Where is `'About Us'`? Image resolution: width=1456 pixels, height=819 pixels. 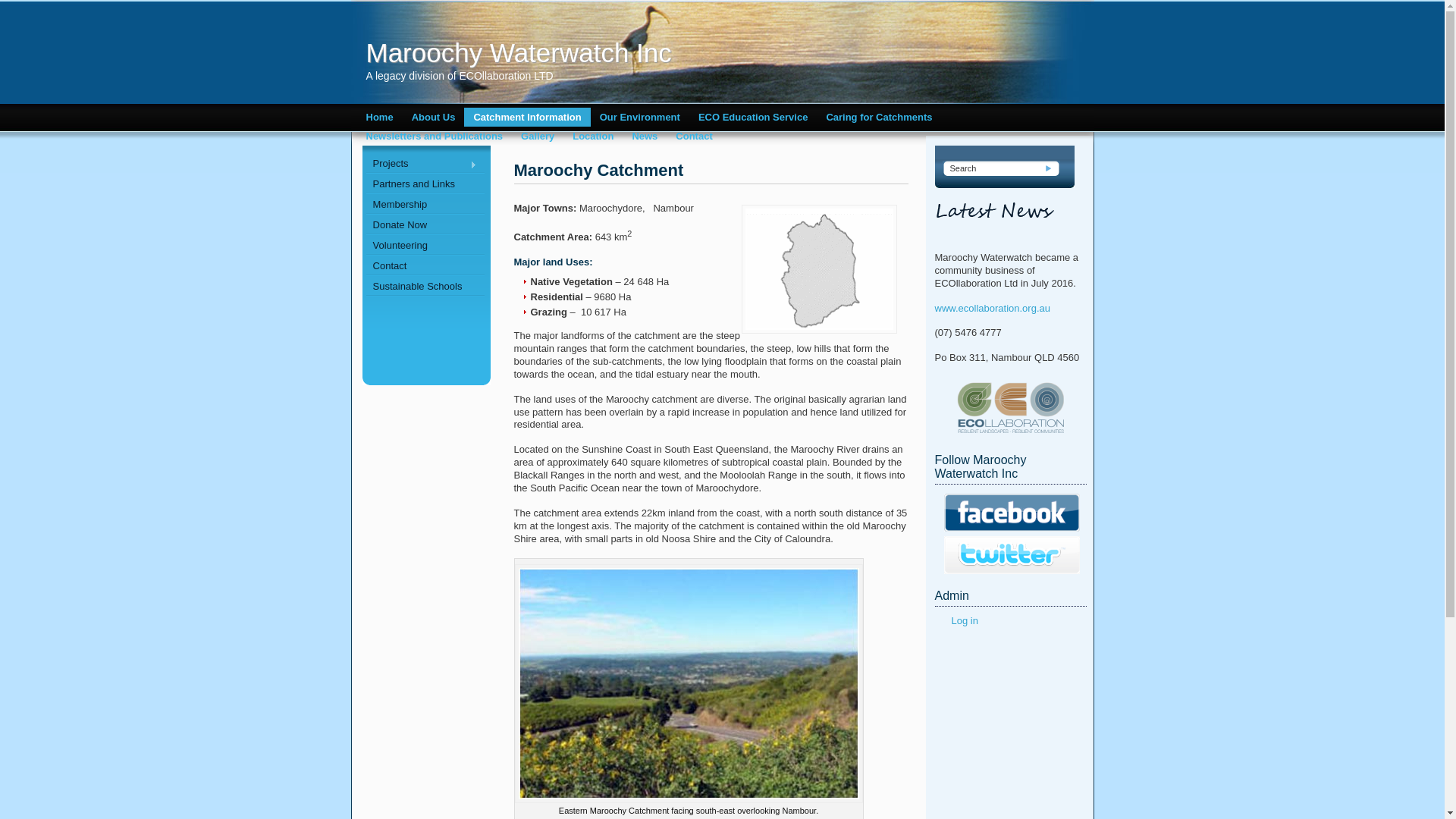
'About Us' is located at coordinates (432, 116).